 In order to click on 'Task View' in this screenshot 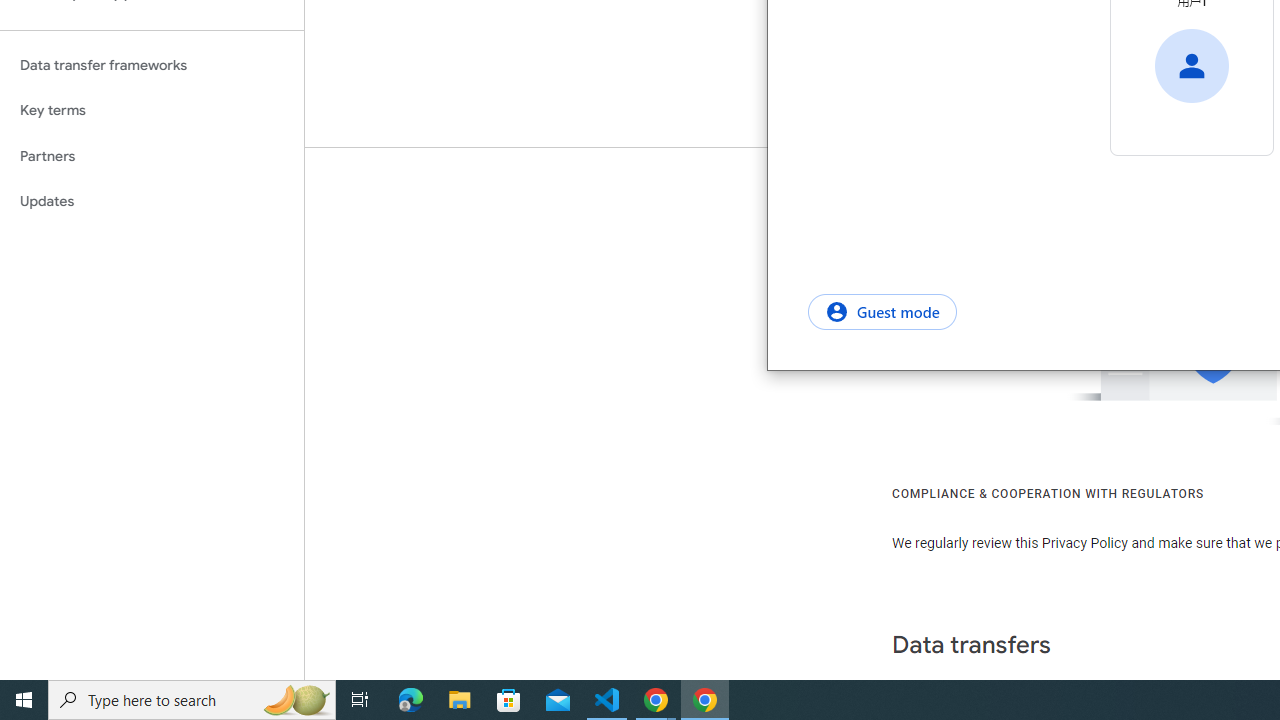, I will do `click(359, 698)`.